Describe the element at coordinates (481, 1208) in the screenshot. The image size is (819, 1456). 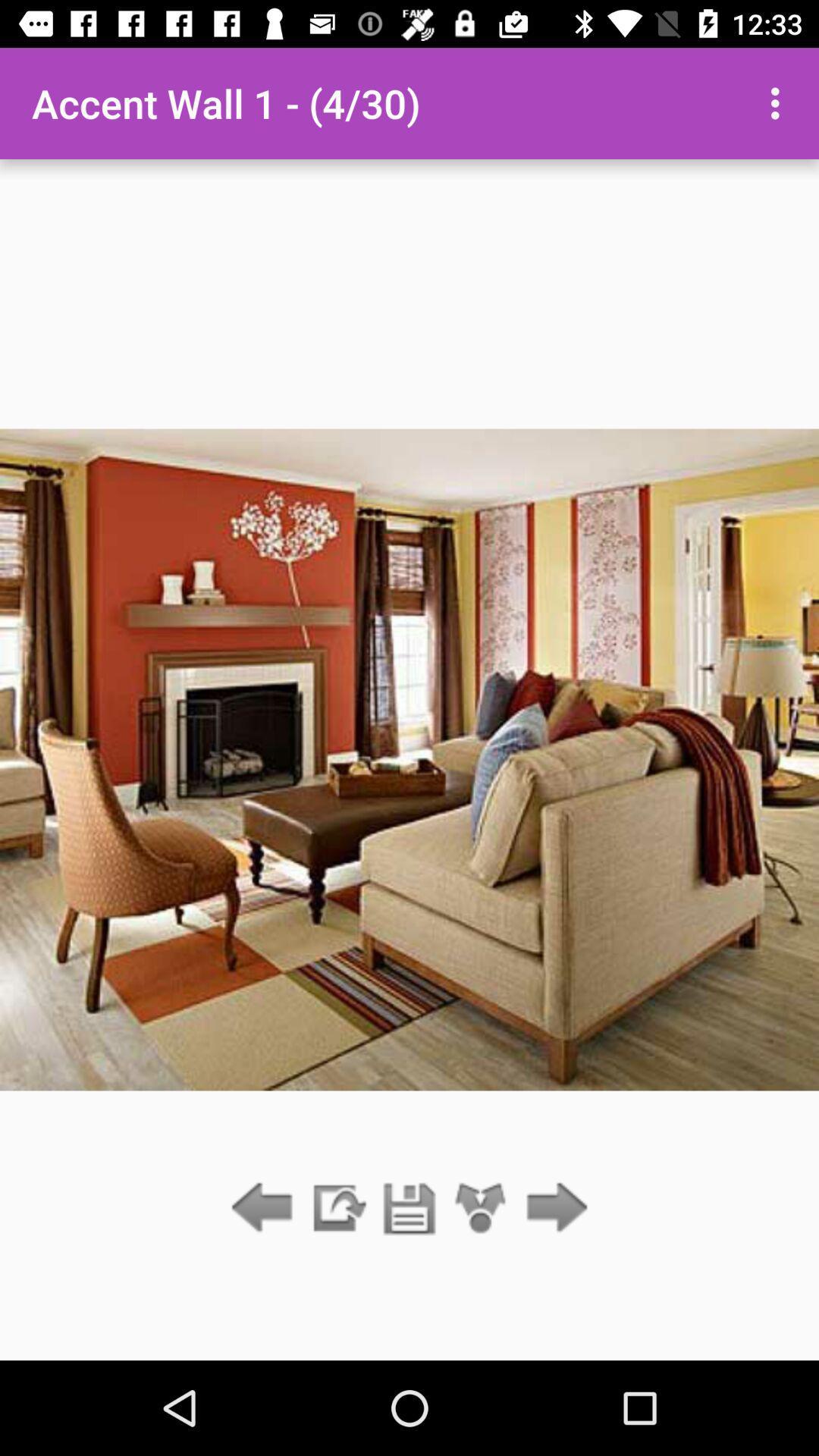
I see `the share icon` at that location.